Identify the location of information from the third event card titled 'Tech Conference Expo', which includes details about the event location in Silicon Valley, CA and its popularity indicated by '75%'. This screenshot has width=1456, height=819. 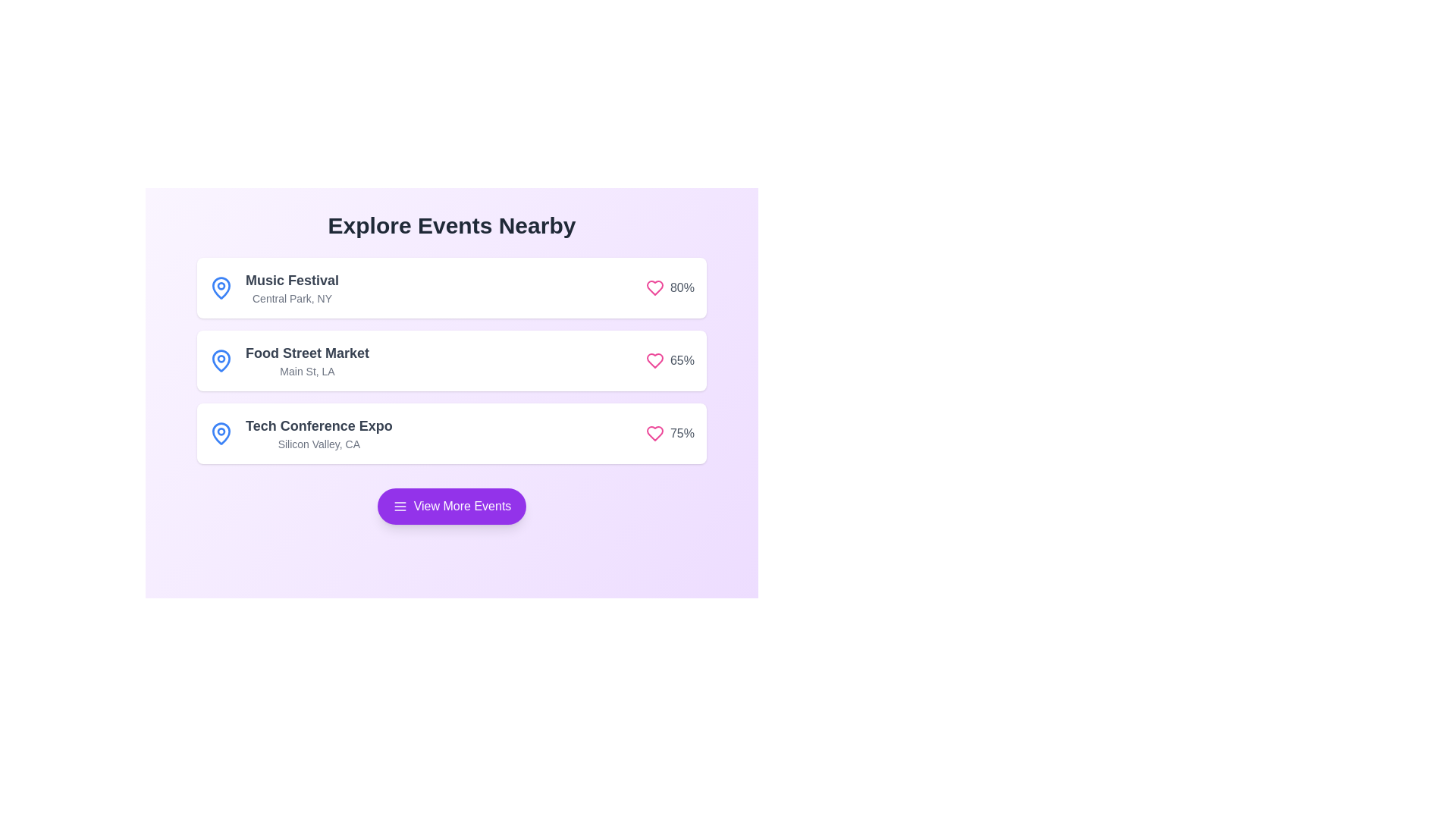
(450, 433).